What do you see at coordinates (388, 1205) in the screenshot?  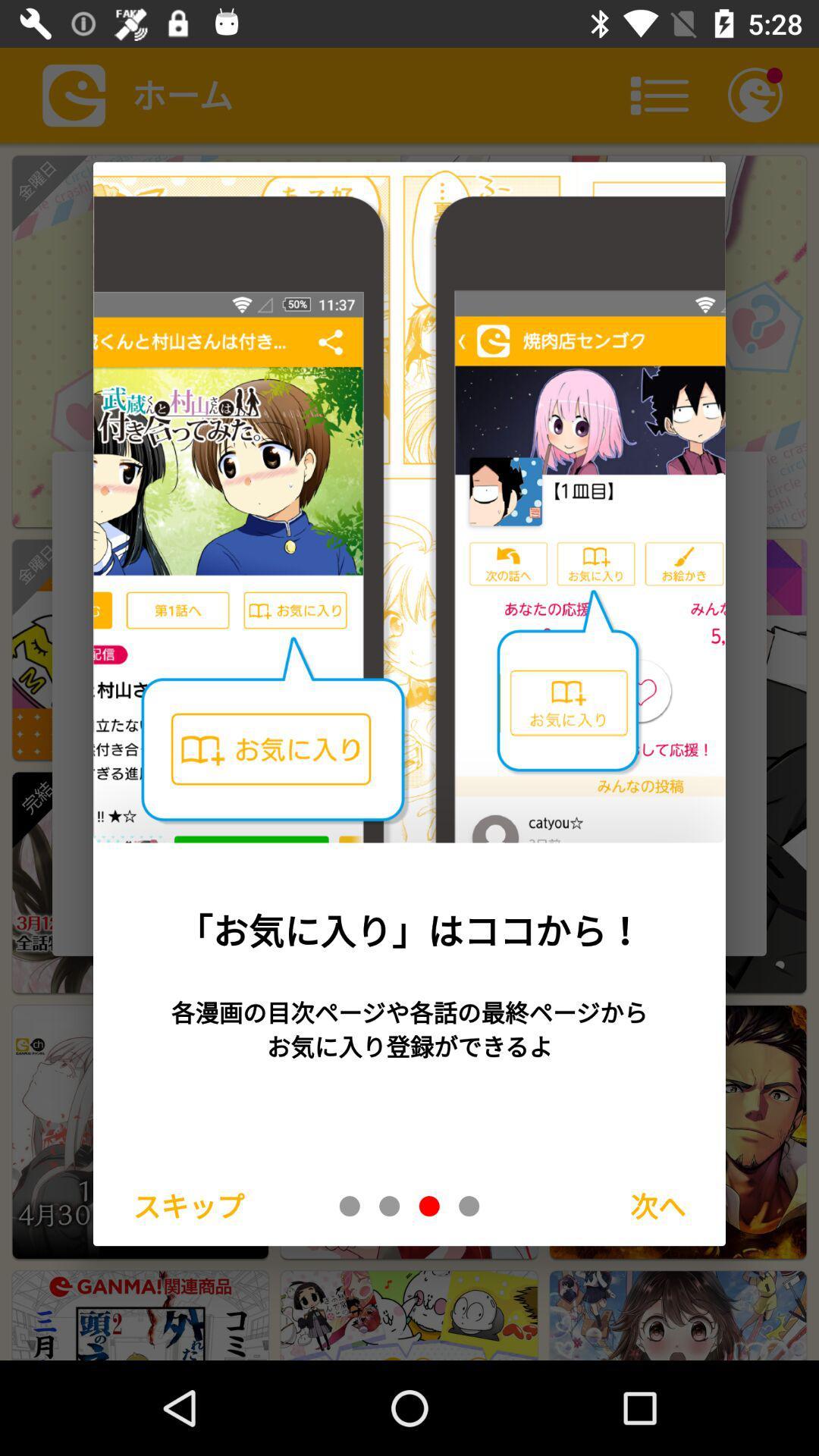 I see `previous page` at bounding box center [388, 1205].